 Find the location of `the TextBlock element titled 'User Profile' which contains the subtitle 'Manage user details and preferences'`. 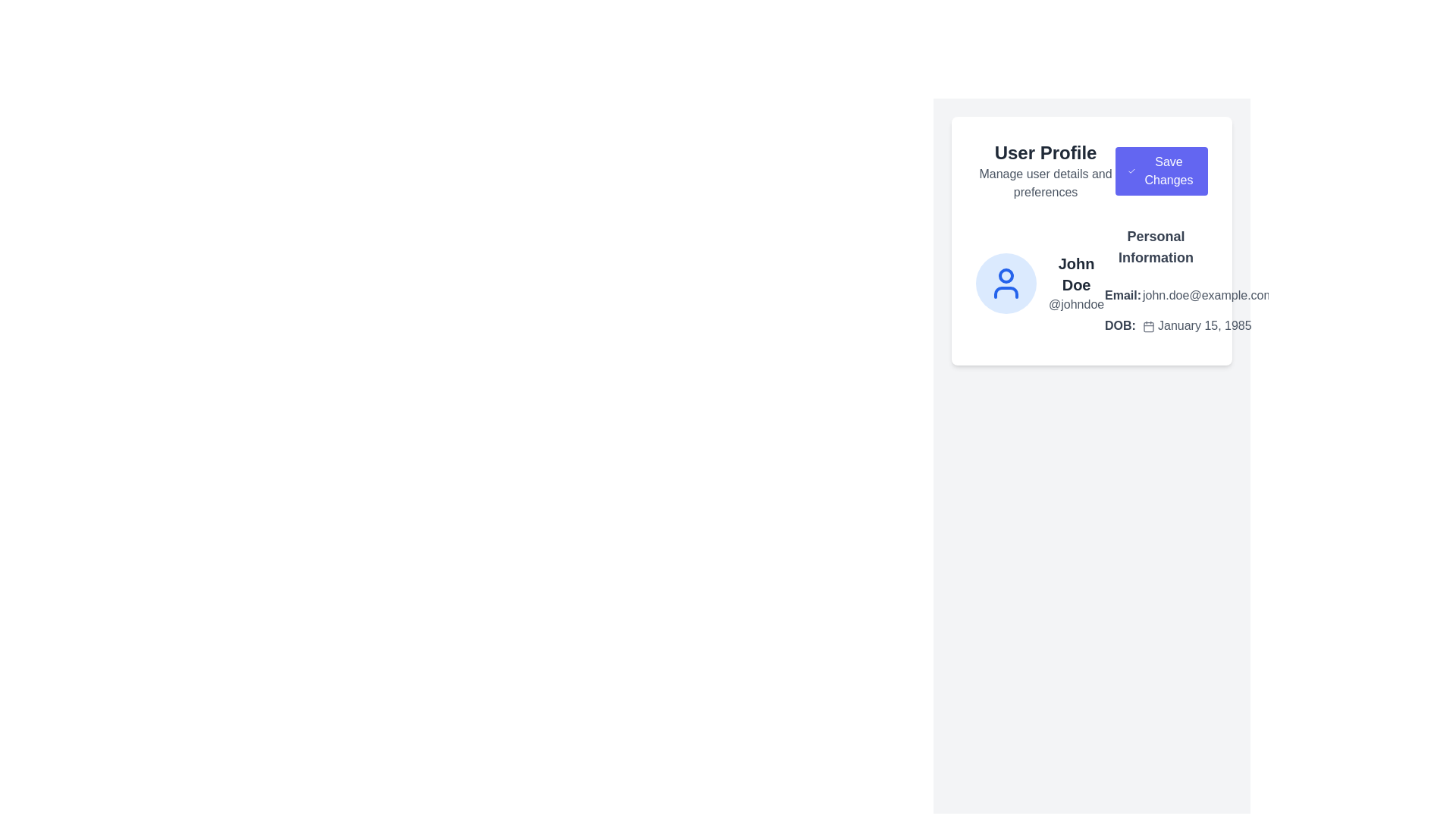

the TextBlock element titled 'User Profile' which contains the subtitle 'Manage user details and preferences' is located at coordinates (1045, 171).